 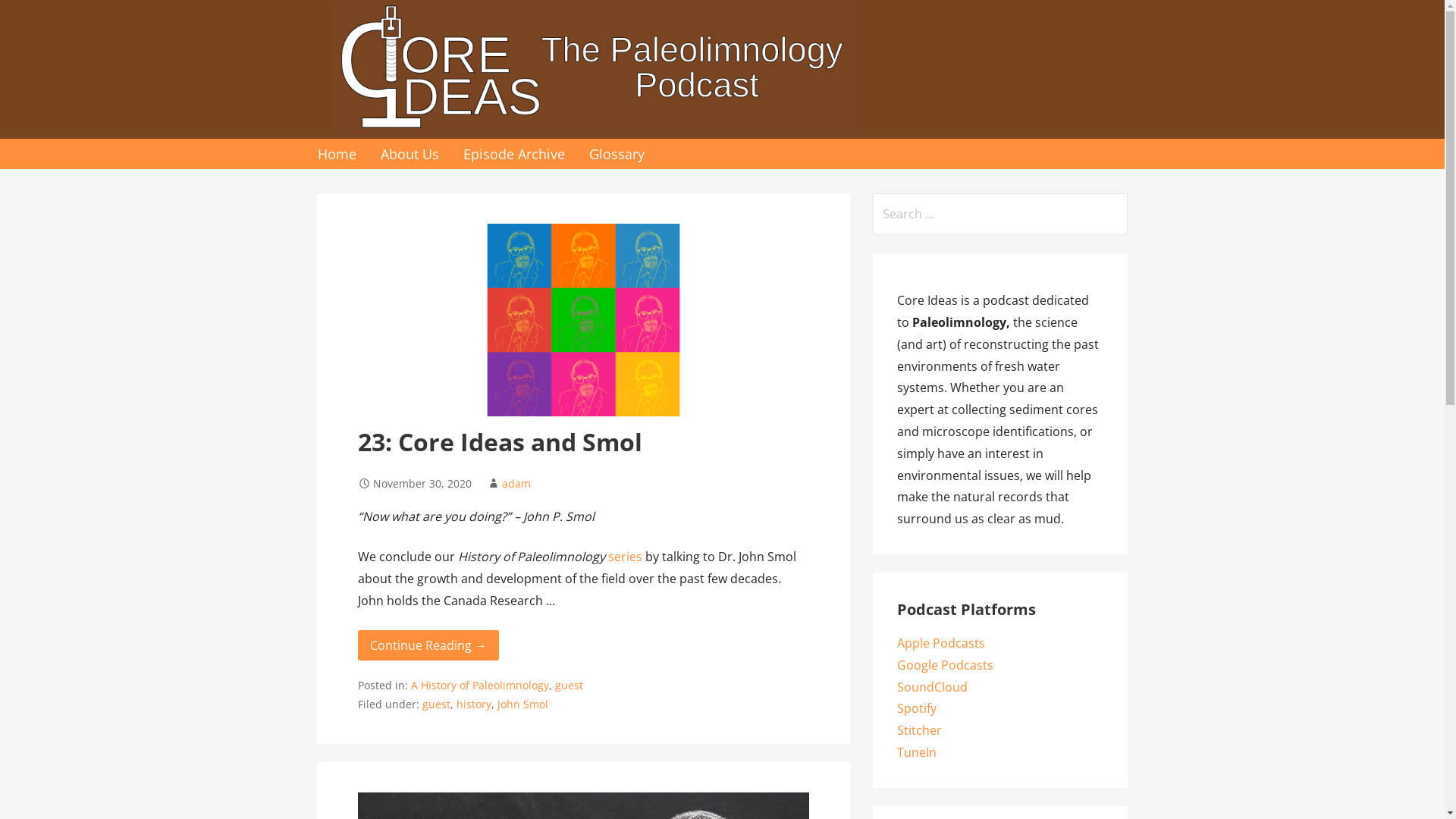 What do you see at coordinates (918, 730) in the screenshot?
I see `'Stitcher'` at bounding box center [918, 730].